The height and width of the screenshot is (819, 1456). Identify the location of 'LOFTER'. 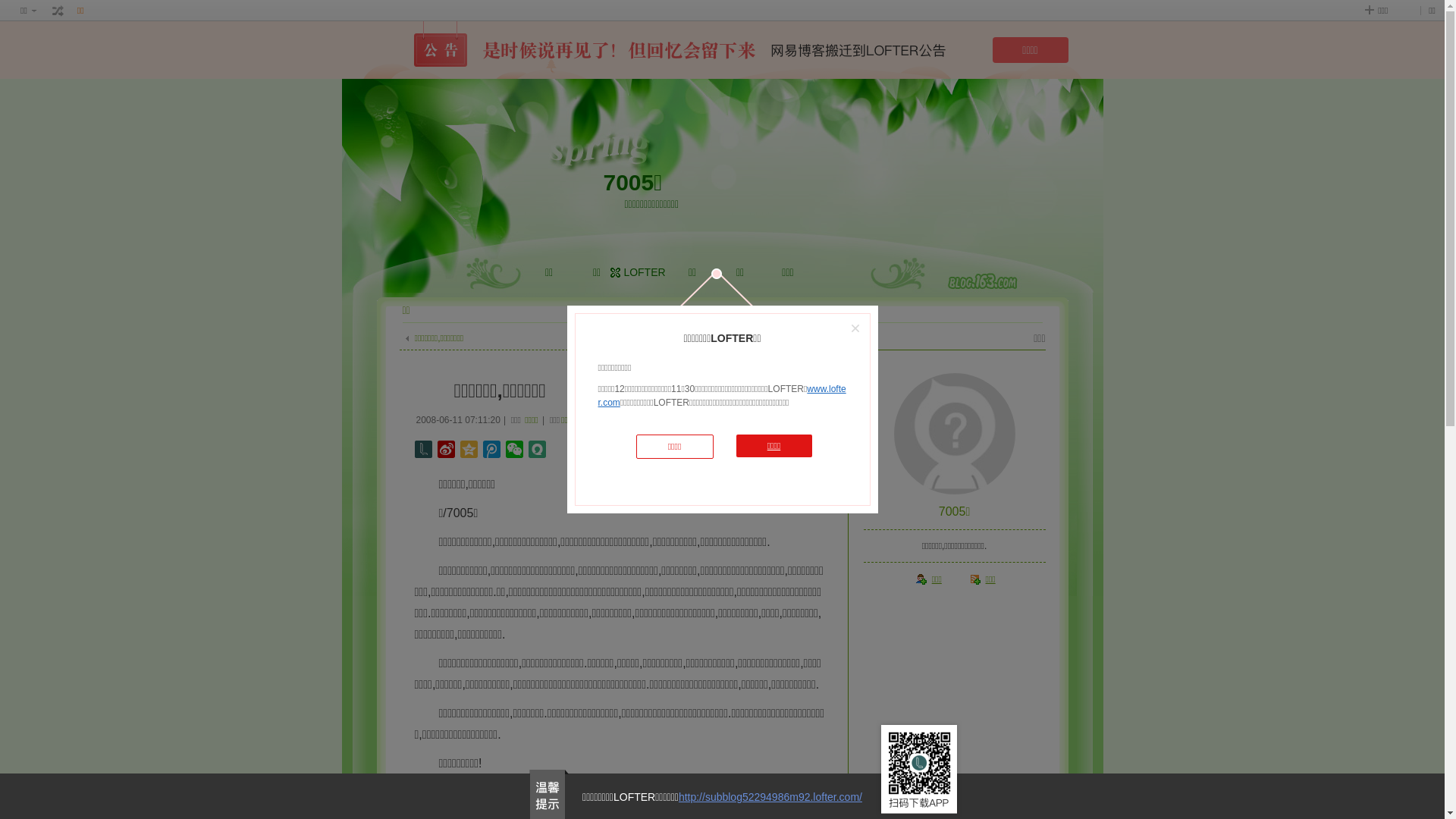
(620, 271).